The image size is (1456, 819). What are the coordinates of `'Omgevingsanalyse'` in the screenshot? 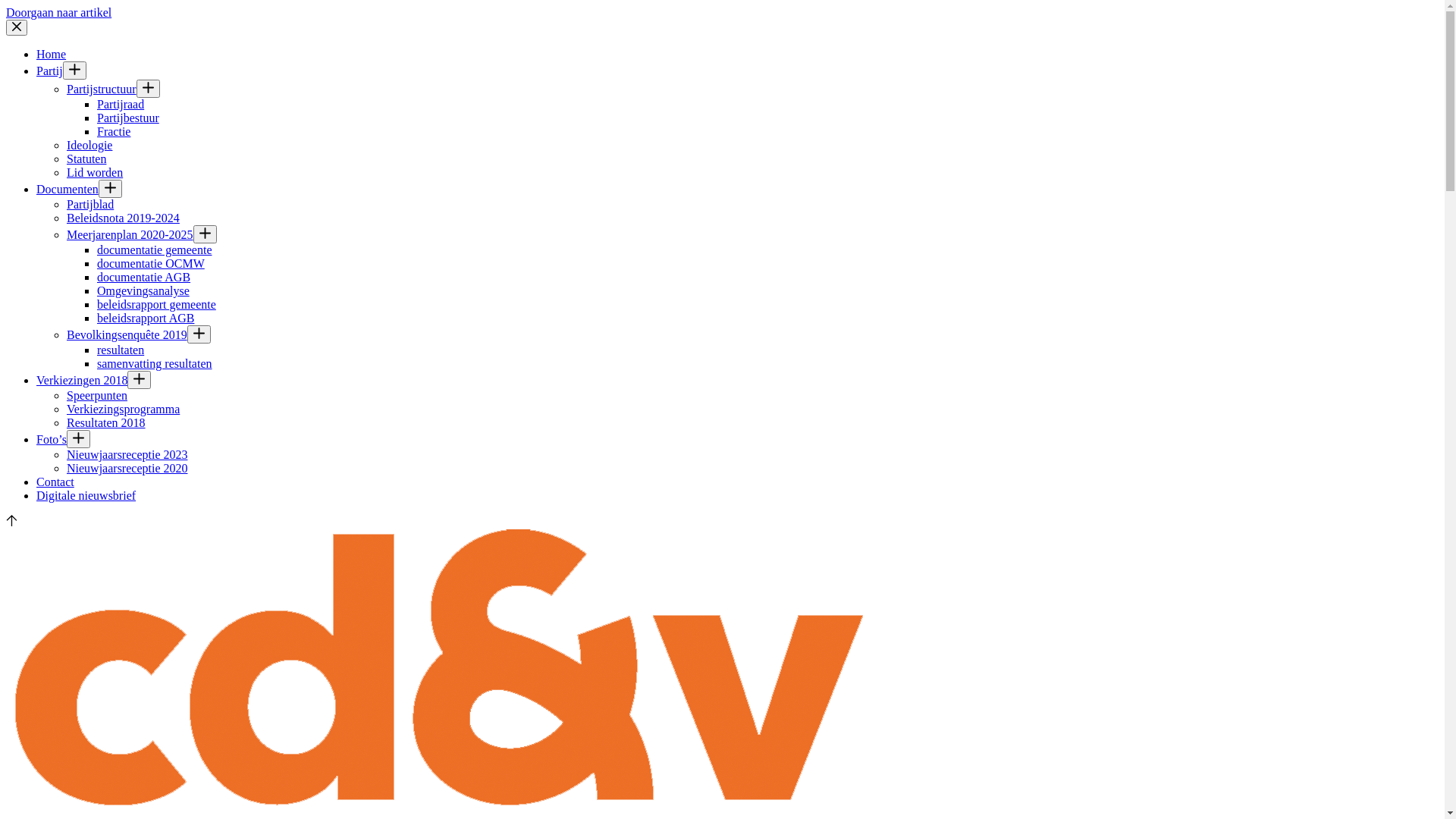 It's located at (143, 290).